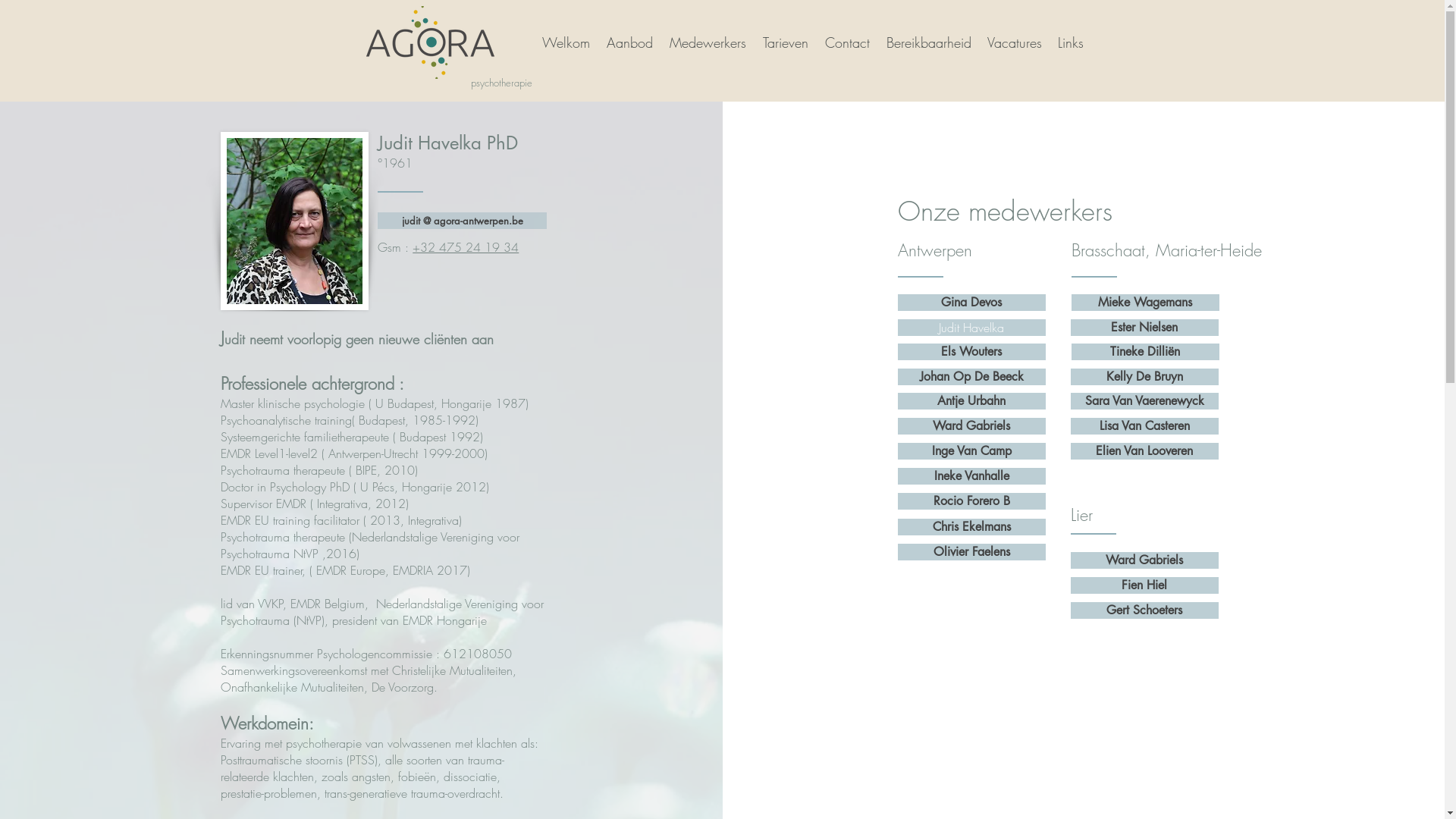 The image size is (1456, 819). Describe the element at coordinates (971, 302) in the screenshot. I see `'Gina Devos'` at that location.